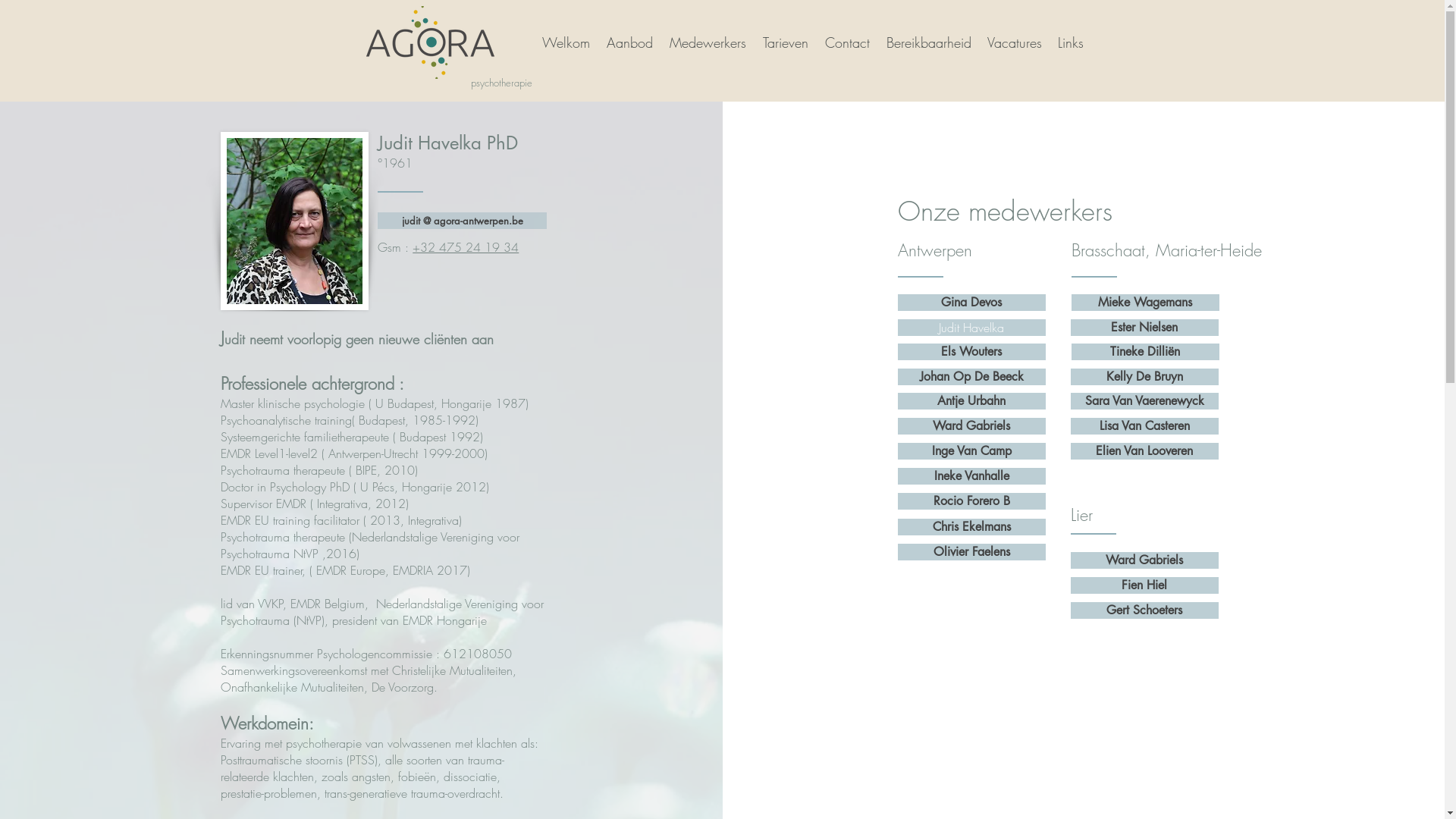 The image size is (1456, 819). Describe the element at coordinates (971, 302) in the screenshot. I see `'Gina Devos'` at that location.